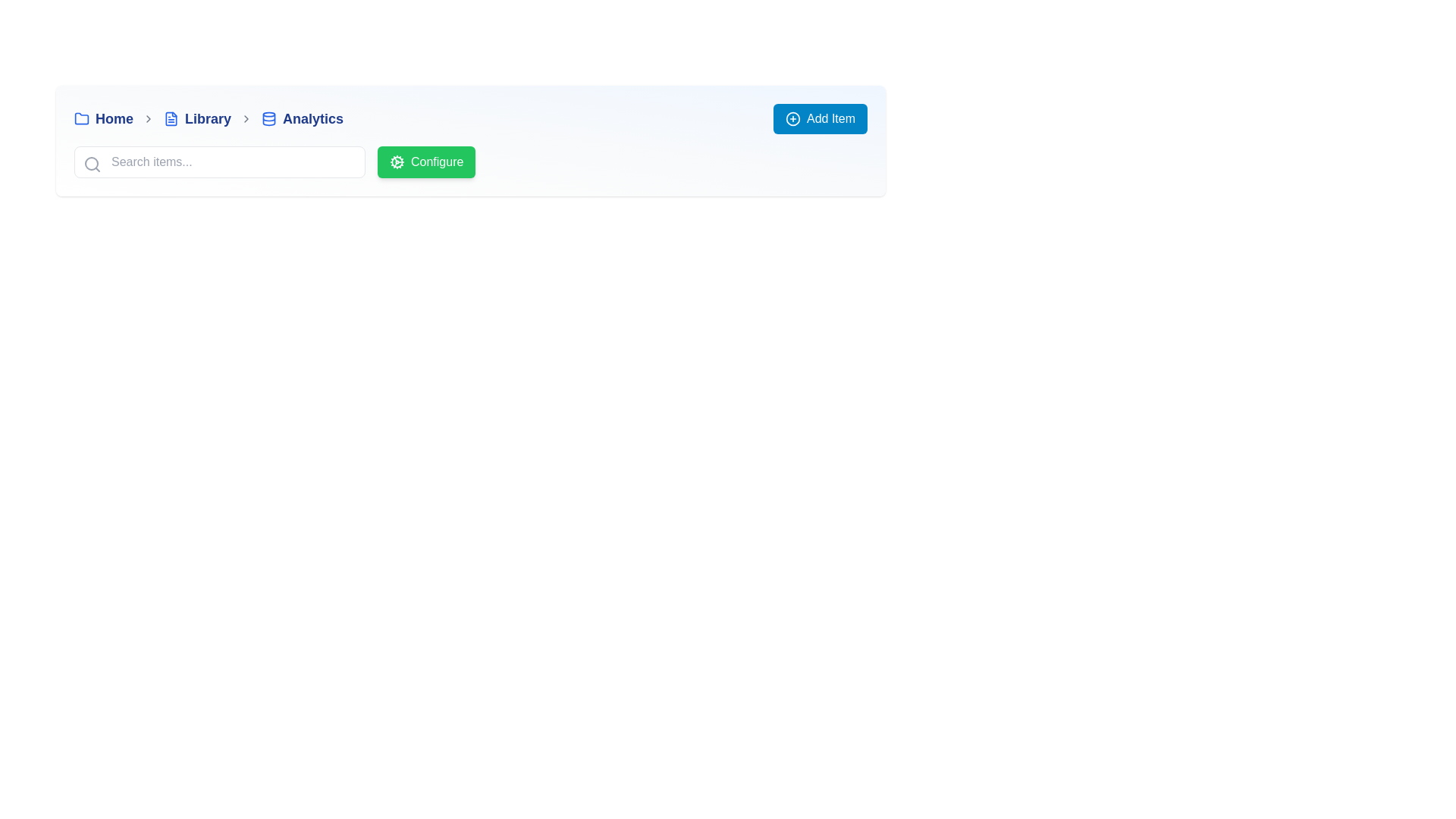  What do you see at coordinates (312, 118) in the screenshot?
I see `the 'Analytics' text label within the breadcrumb component` at bounding box center [312, 118].